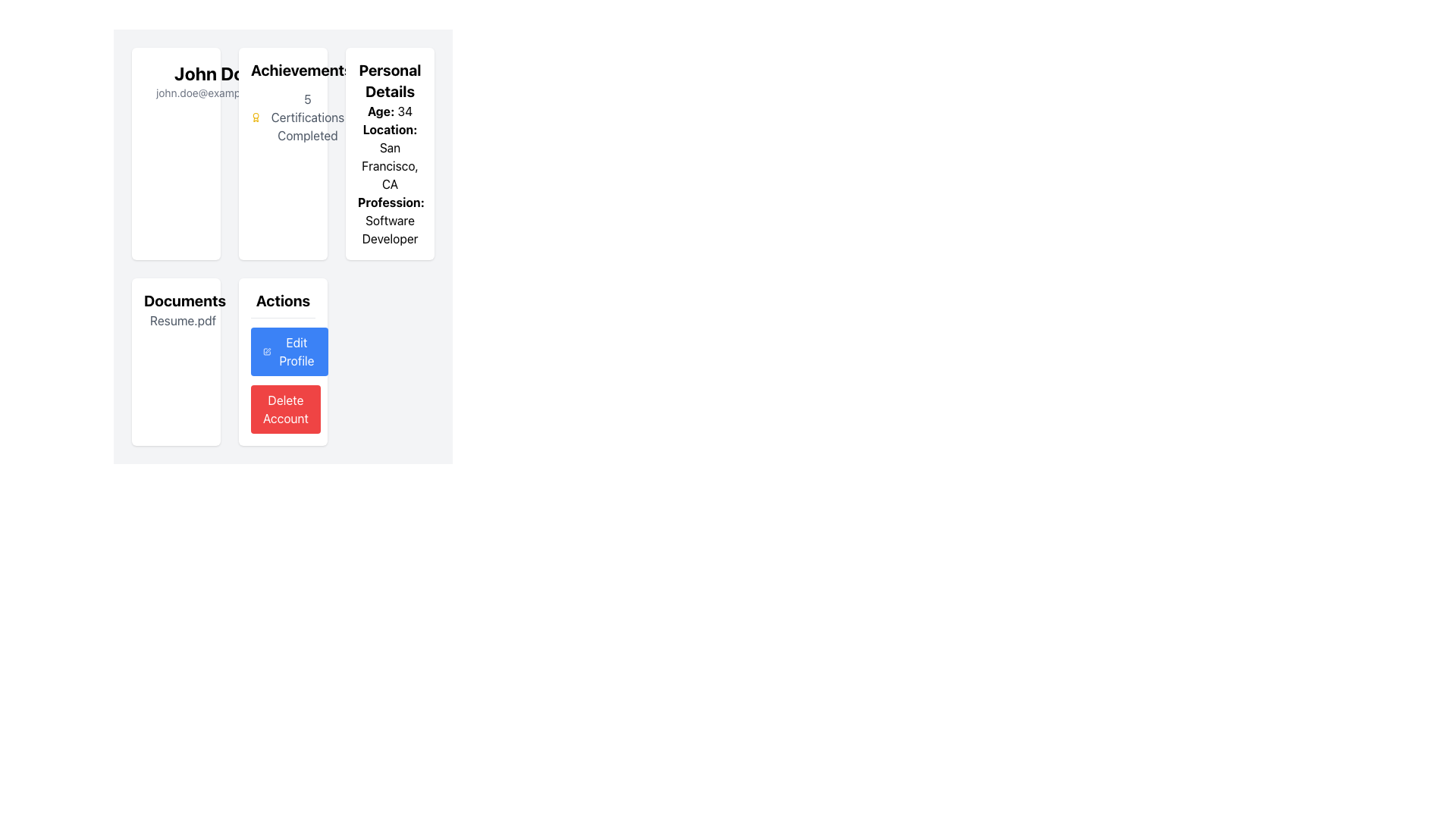 The height and width of the screenshot is (819, 1456). I want to click on the text label reading 'Profession:' which is styled in bold and located in the 'Personal Details' section, near the center-right of the interface, so click(391, 201).